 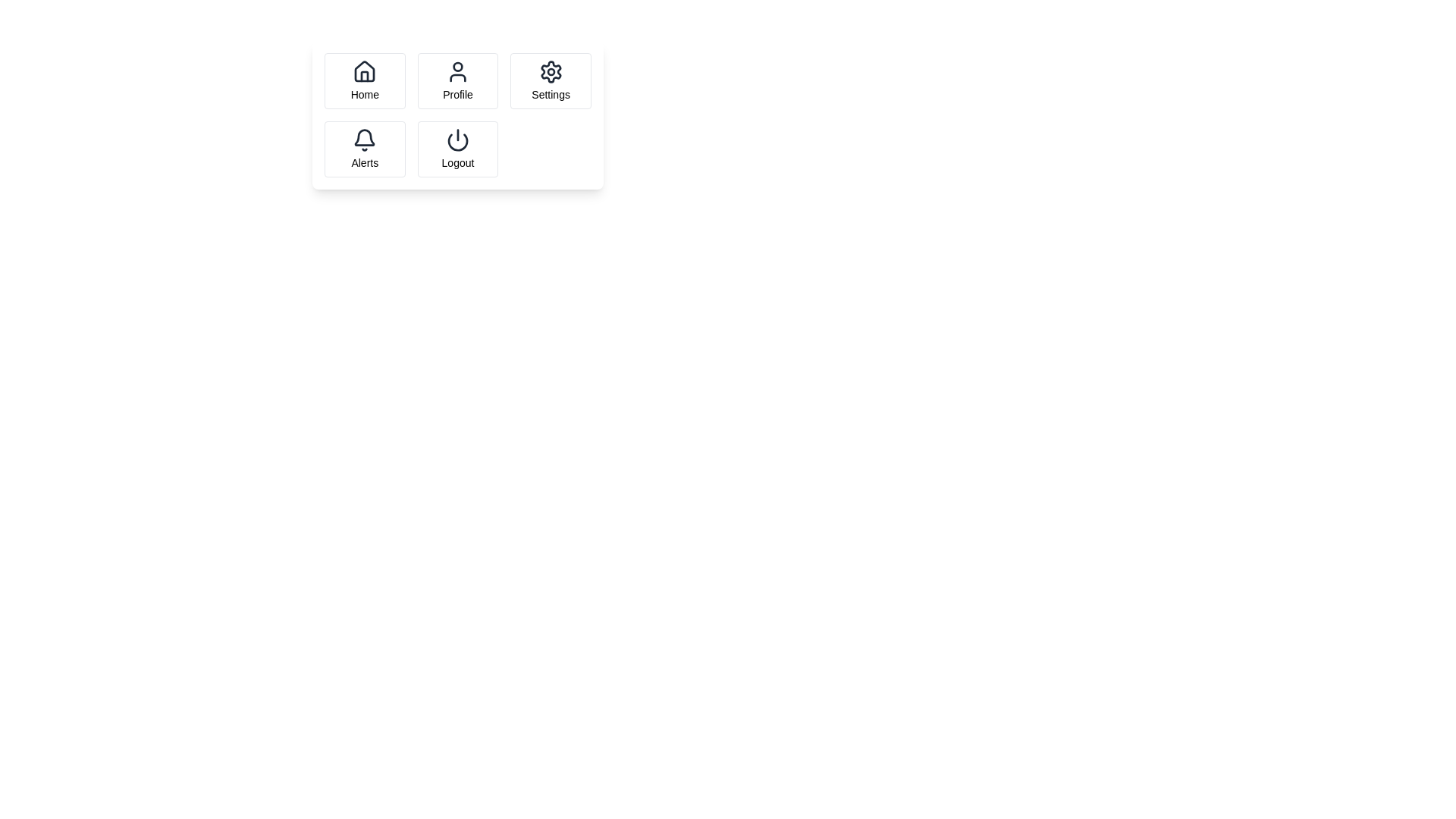 What do you see at coordinates (457, 149) in the screenshot?
I see `the logout button located in the second row and second column of the grid layout to end the user's session` at bounding box center [457, 149].